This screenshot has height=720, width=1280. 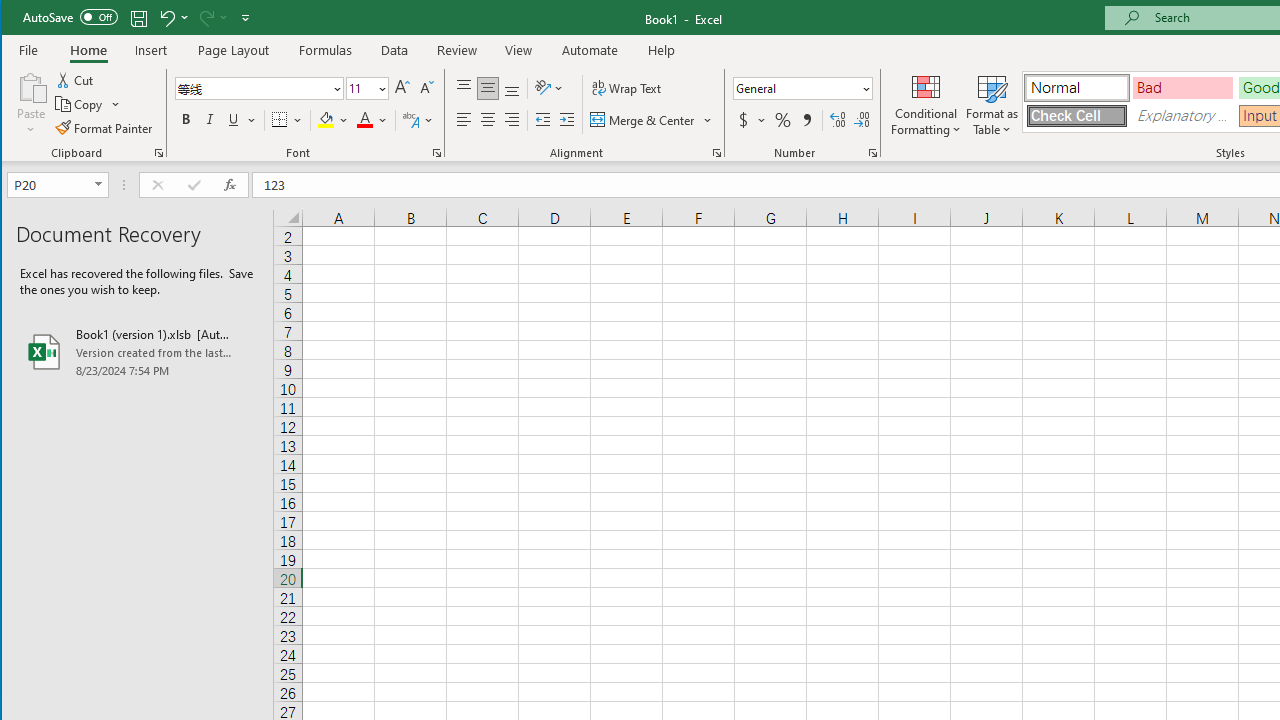 What do you see at coordinates (333, 120) in the screenshot?
I see `'Fill Color'` at bounding box center [333, 120].